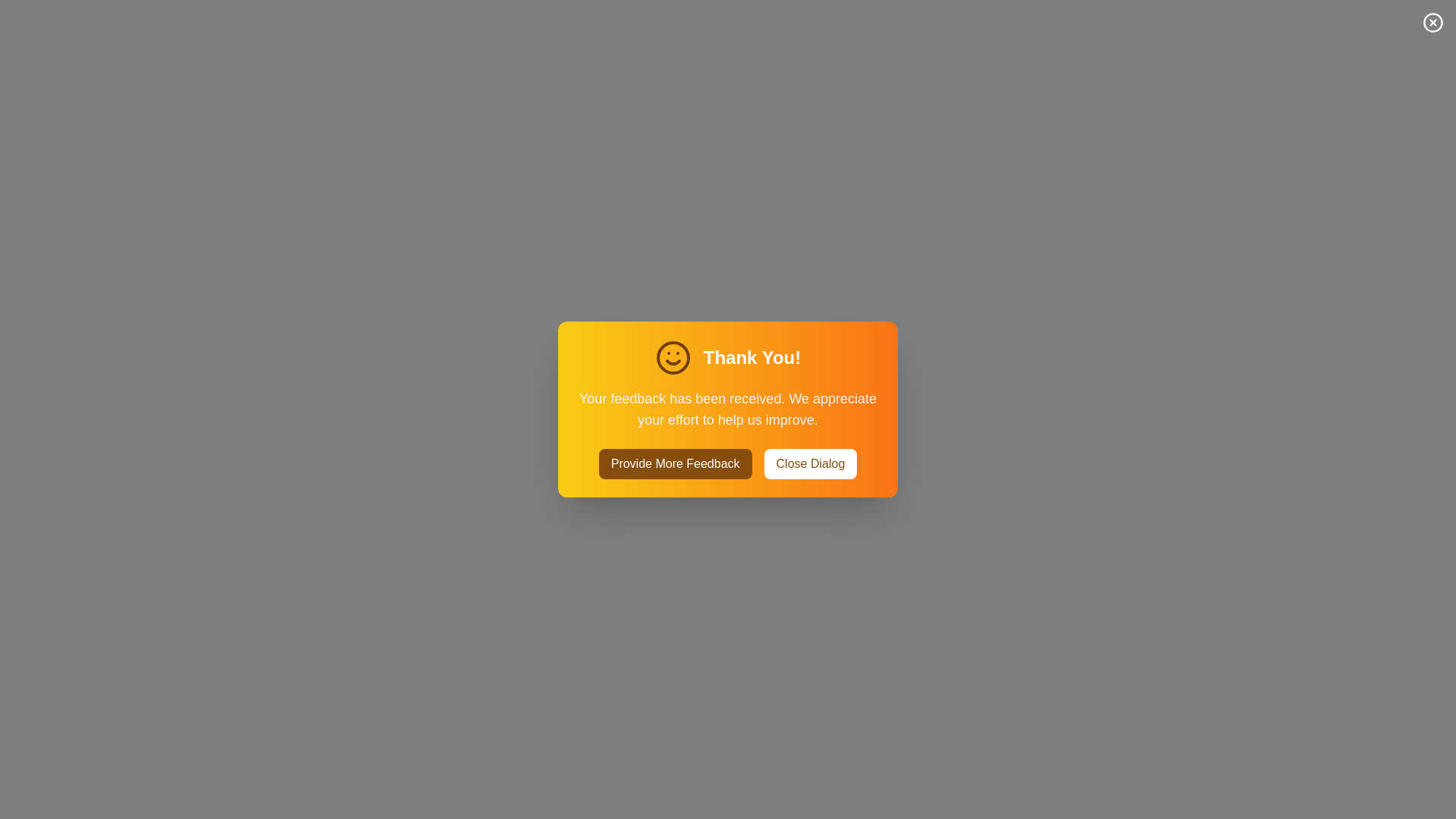  I want to click on the close icon at the top-right corner to close the dialog, so click(1432, 23).